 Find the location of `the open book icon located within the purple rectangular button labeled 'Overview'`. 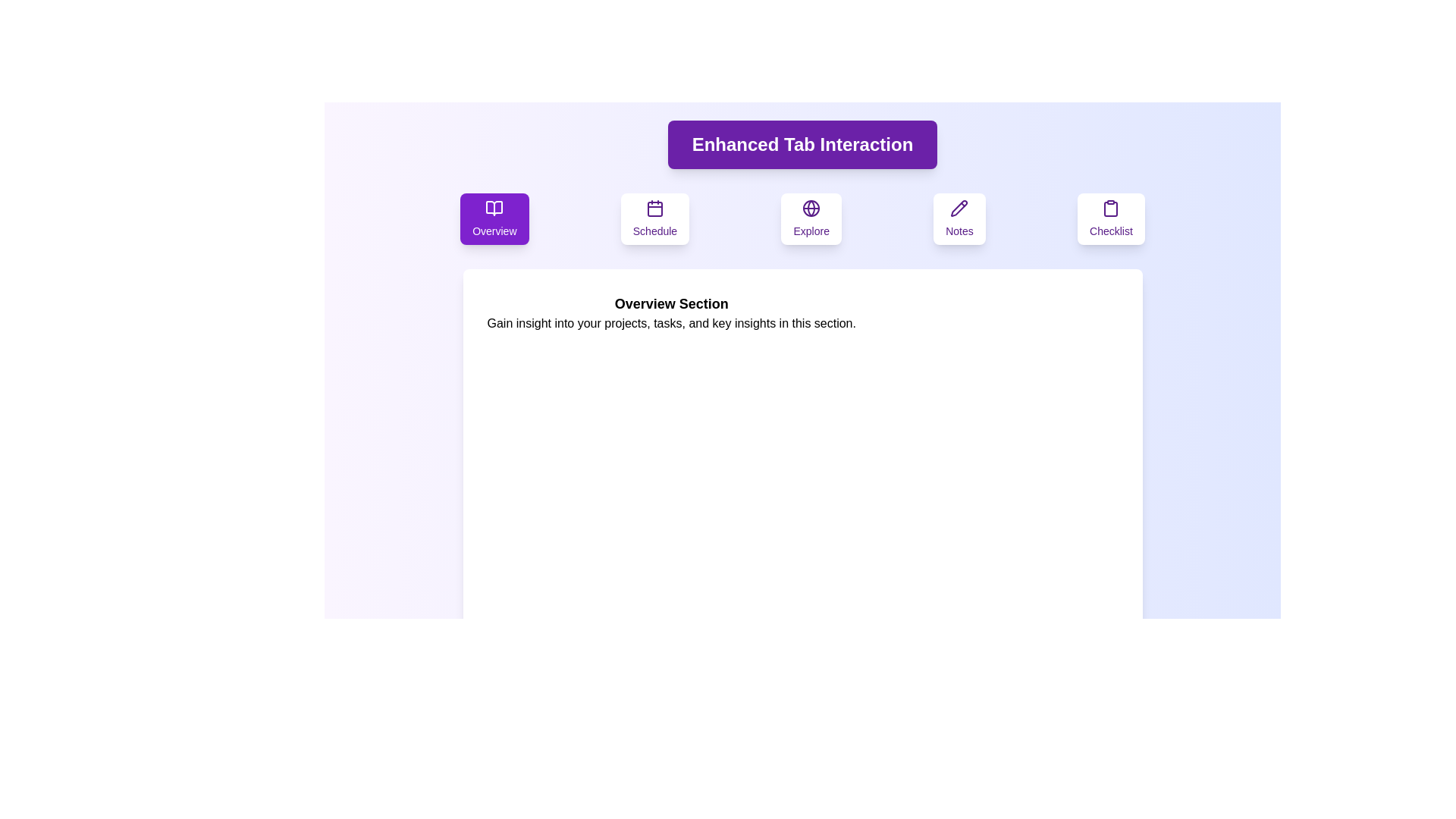

the open book icon located within the purple rectangular button labeled 'Overview' is located at coordinates (494, 208).